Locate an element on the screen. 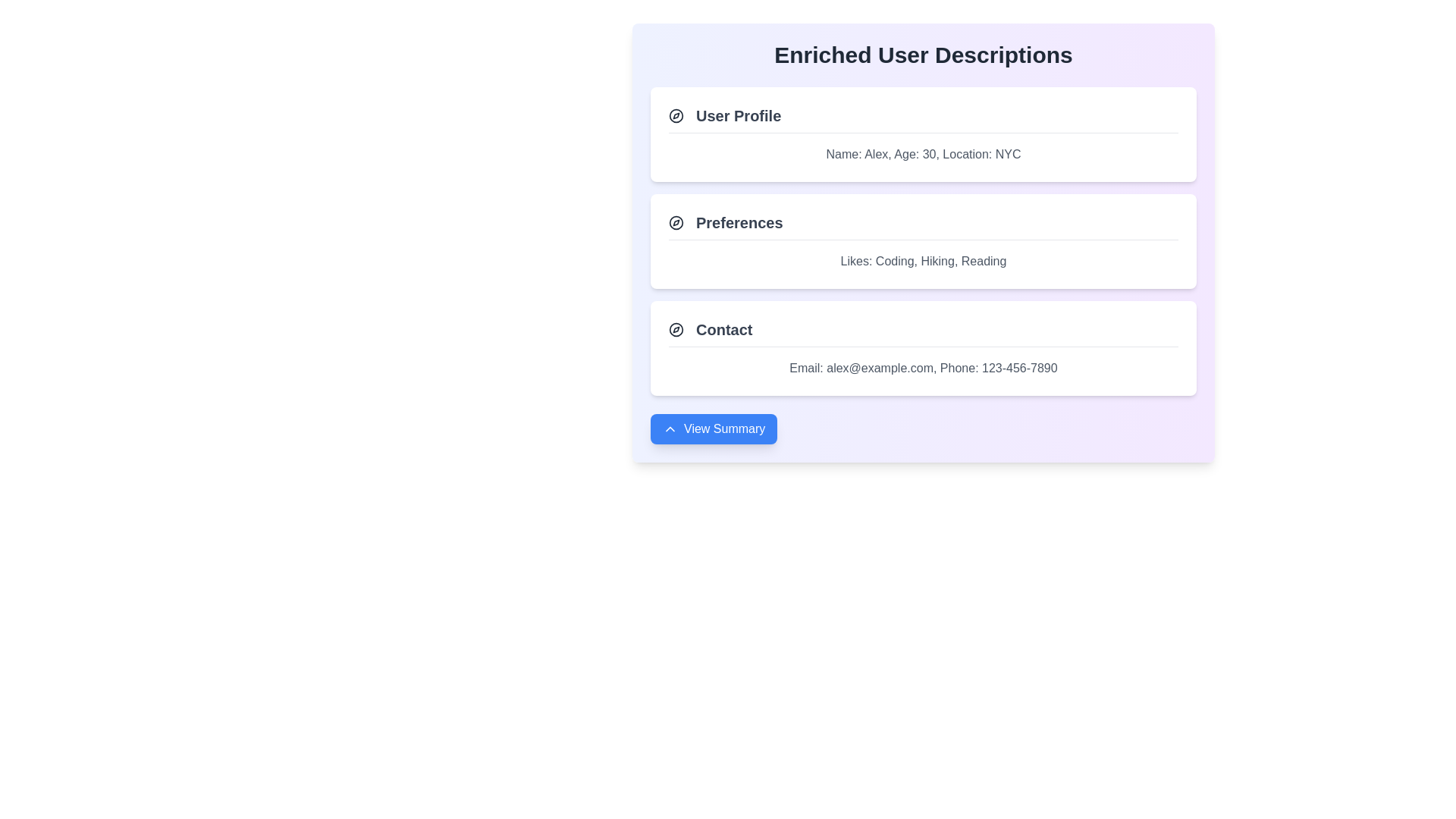 The height and width of the screenshot is (819, 1456). the 'User Profile' icon located at the leftmost side of the 'User Profile' section header is located at coordinates (676, 115).